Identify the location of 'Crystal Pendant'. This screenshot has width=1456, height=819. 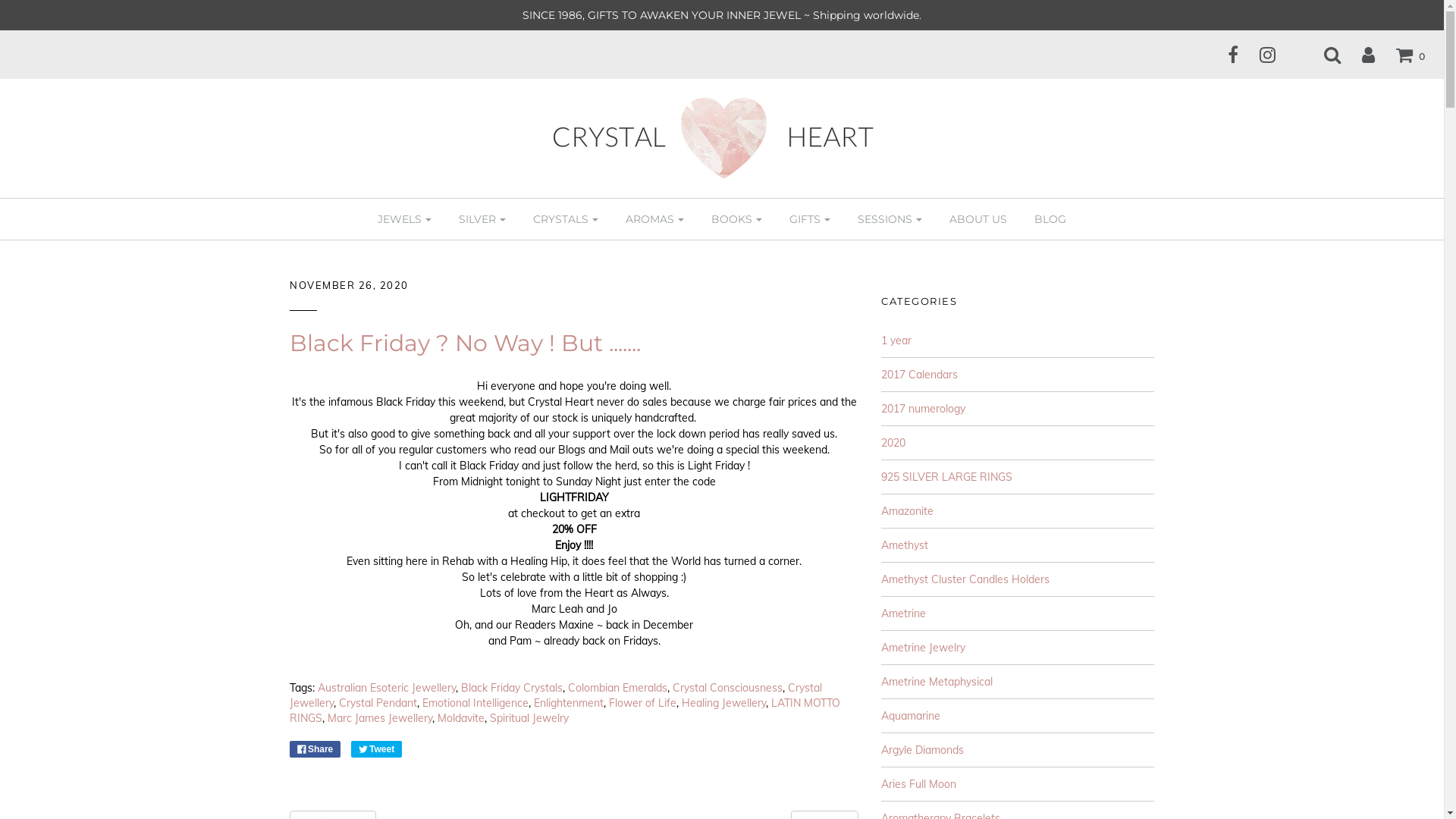
(337, 702).